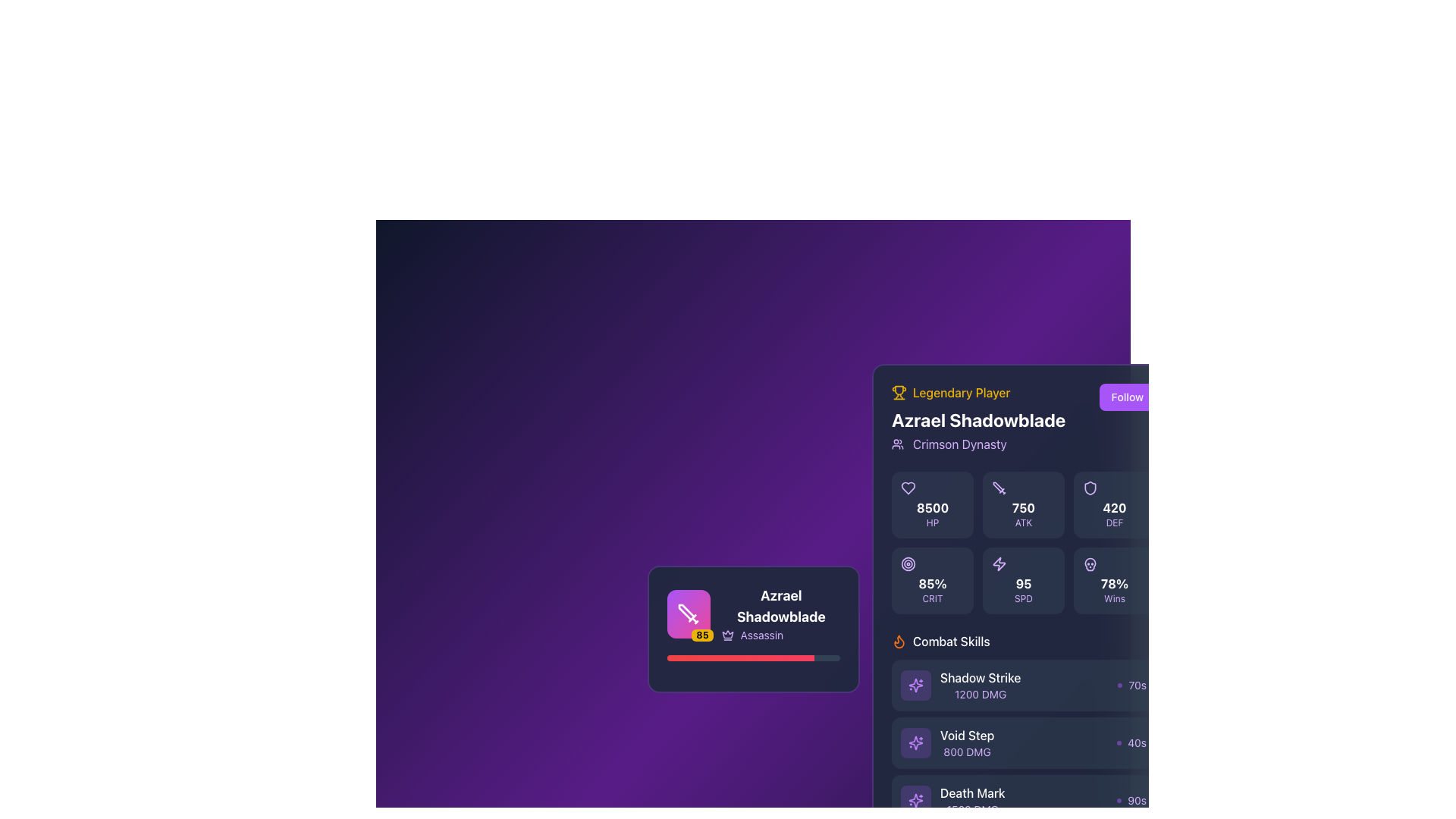 This screenshot has height=819, width=1456. What do you see at coordinates (780, 614) in the screenshot?
I see `the label displaying 'Azrael Shadowblade' with the role 'Assassin' and a crown icon, styled in bold white and light purple on a dark background` at bounding box center [780, 614].